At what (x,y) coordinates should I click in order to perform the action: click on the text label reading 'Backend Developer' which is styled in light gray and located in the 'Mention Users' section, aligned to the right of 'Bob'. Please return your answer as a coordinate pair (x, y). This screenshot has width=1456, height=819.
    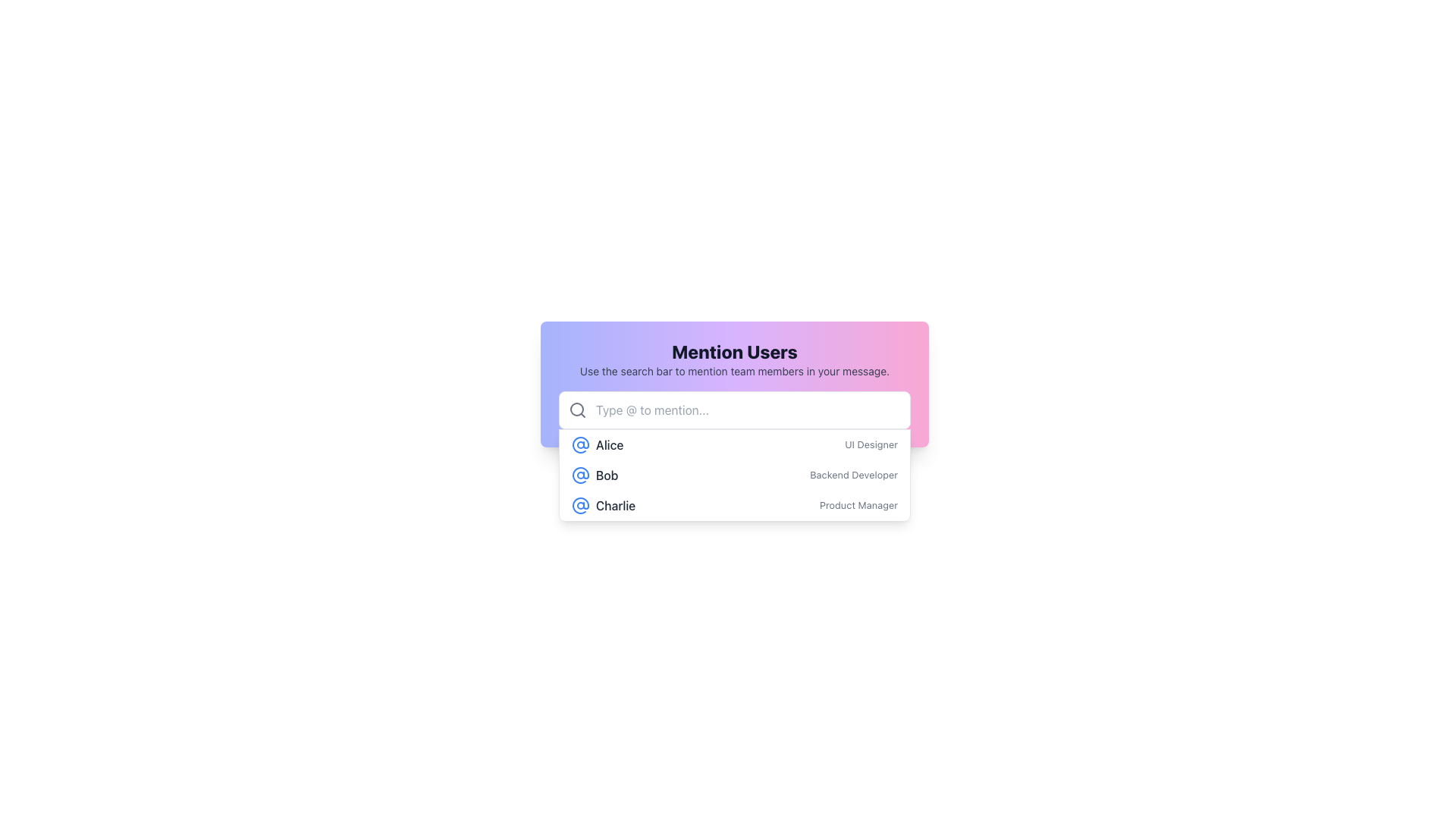
    Looking at the image, I should click on (854, 475).